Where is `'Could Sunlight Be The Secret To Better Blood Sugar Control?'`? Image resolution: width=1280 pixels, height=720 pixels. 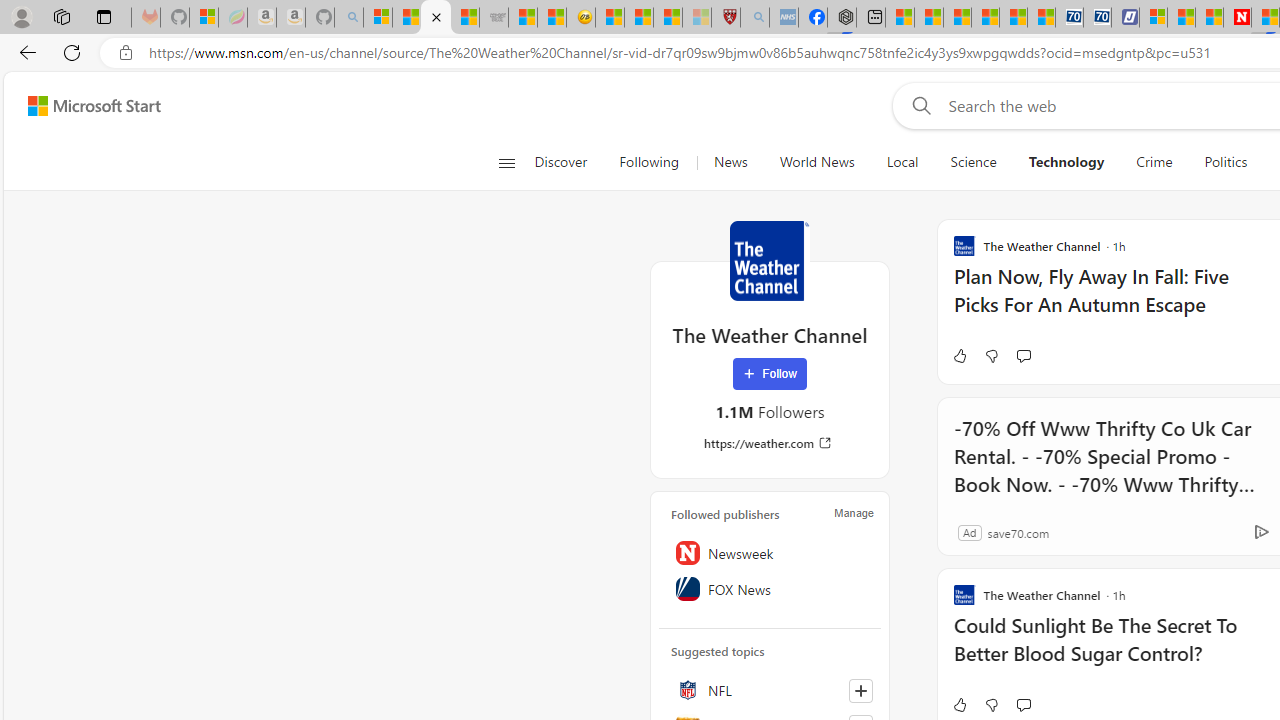
'Could Sunlight Be The Secret To Better Blood Sugar Control?' is located at coordinates (1114, 650).